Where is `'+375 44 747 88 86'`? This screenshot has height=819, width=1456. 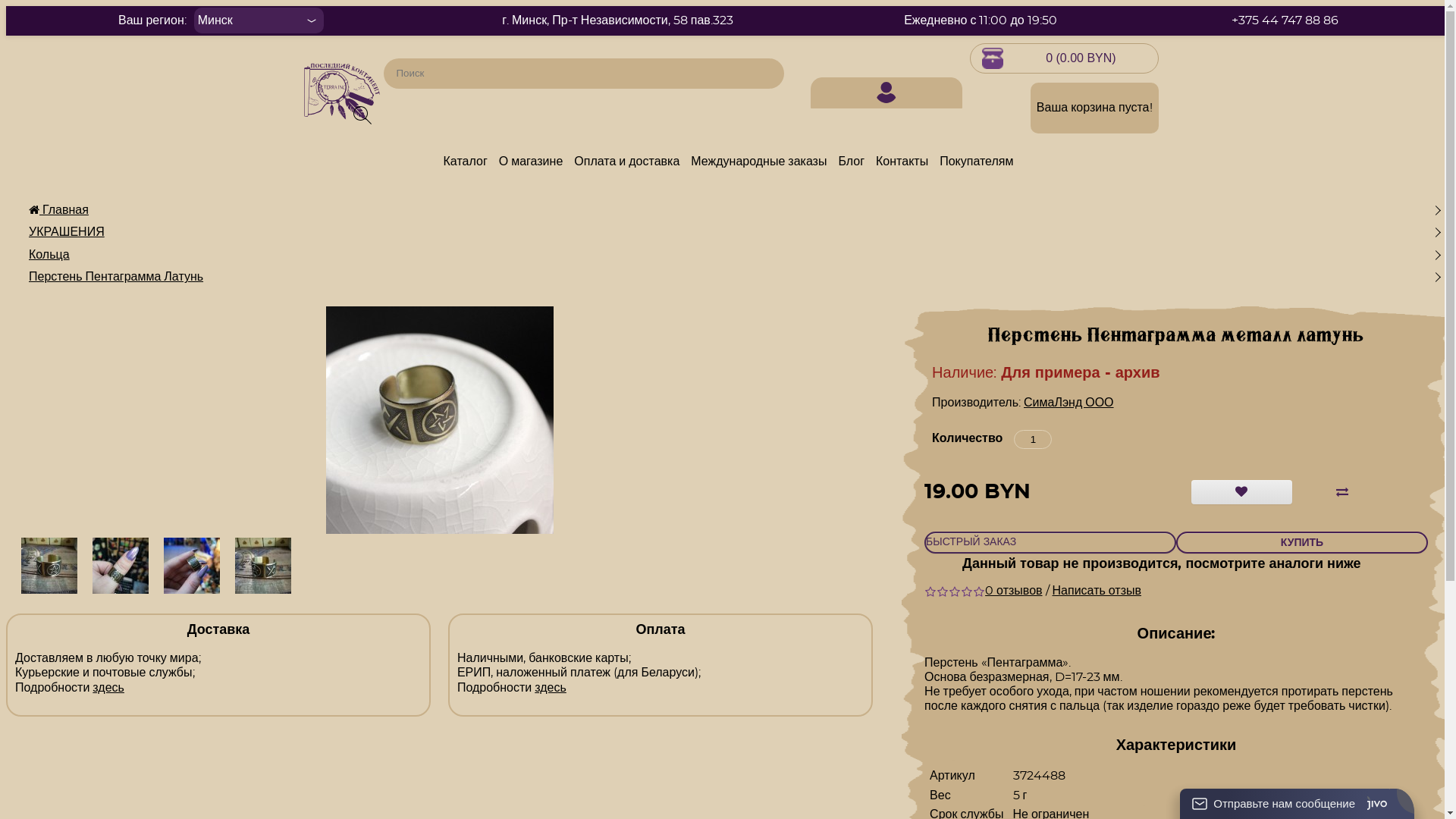 '+375 44 747 88 86' is located at coordinates (1284, 20).